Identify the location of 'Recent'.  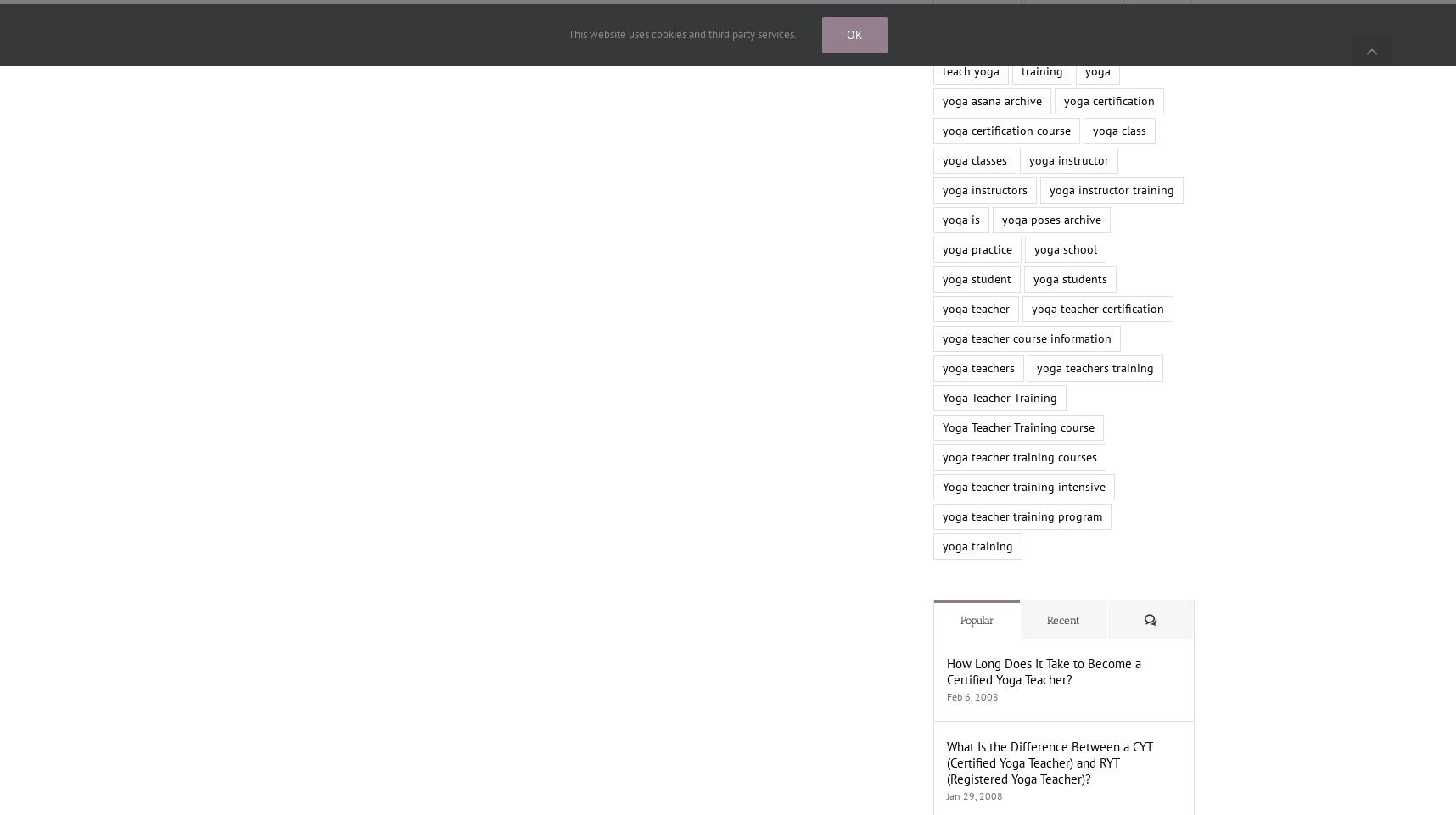
(1063, 620).